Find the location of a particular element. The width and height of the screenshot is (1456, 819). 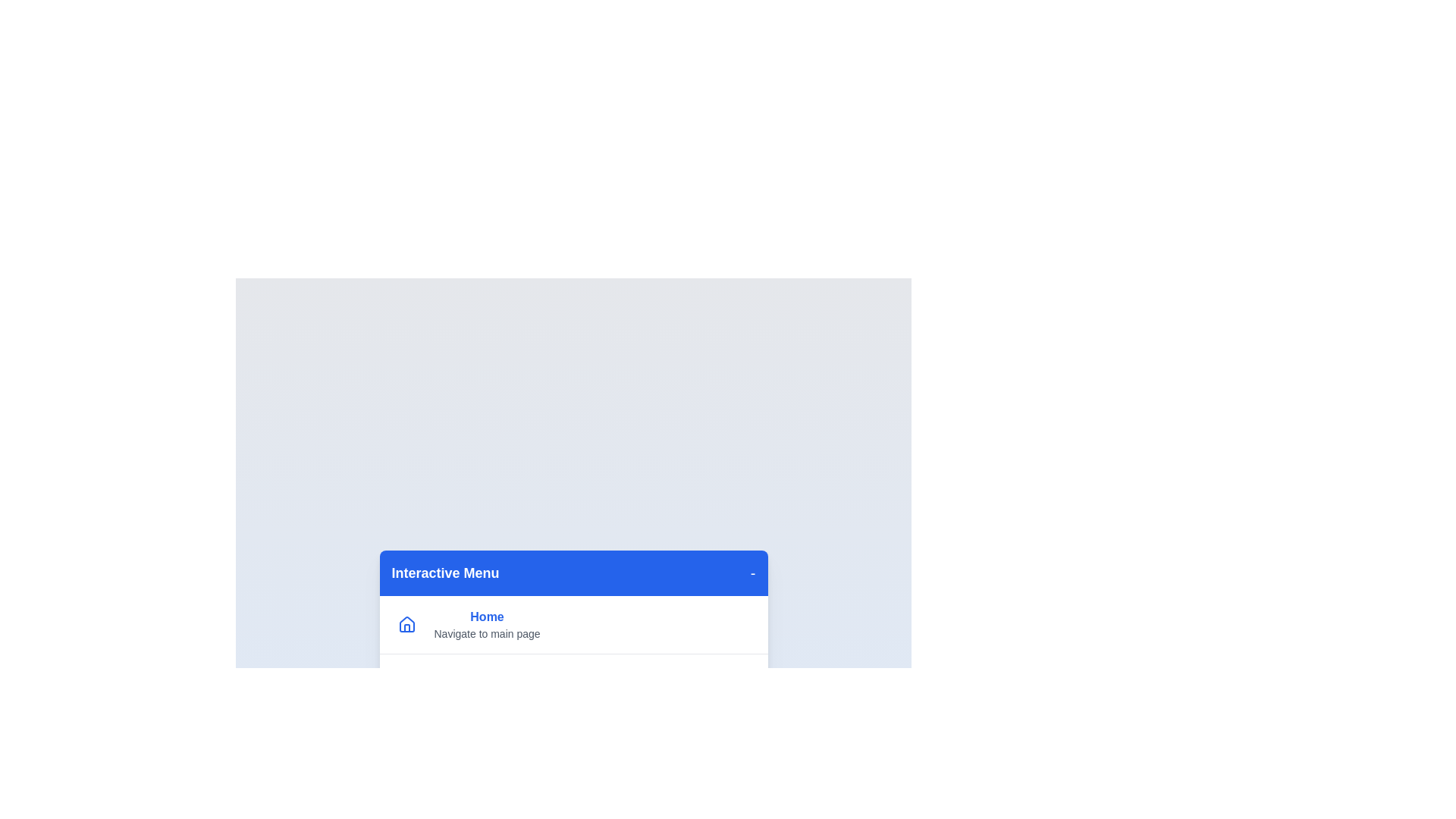

the toggle button to hide the menu is located at coordinates (753, 573).